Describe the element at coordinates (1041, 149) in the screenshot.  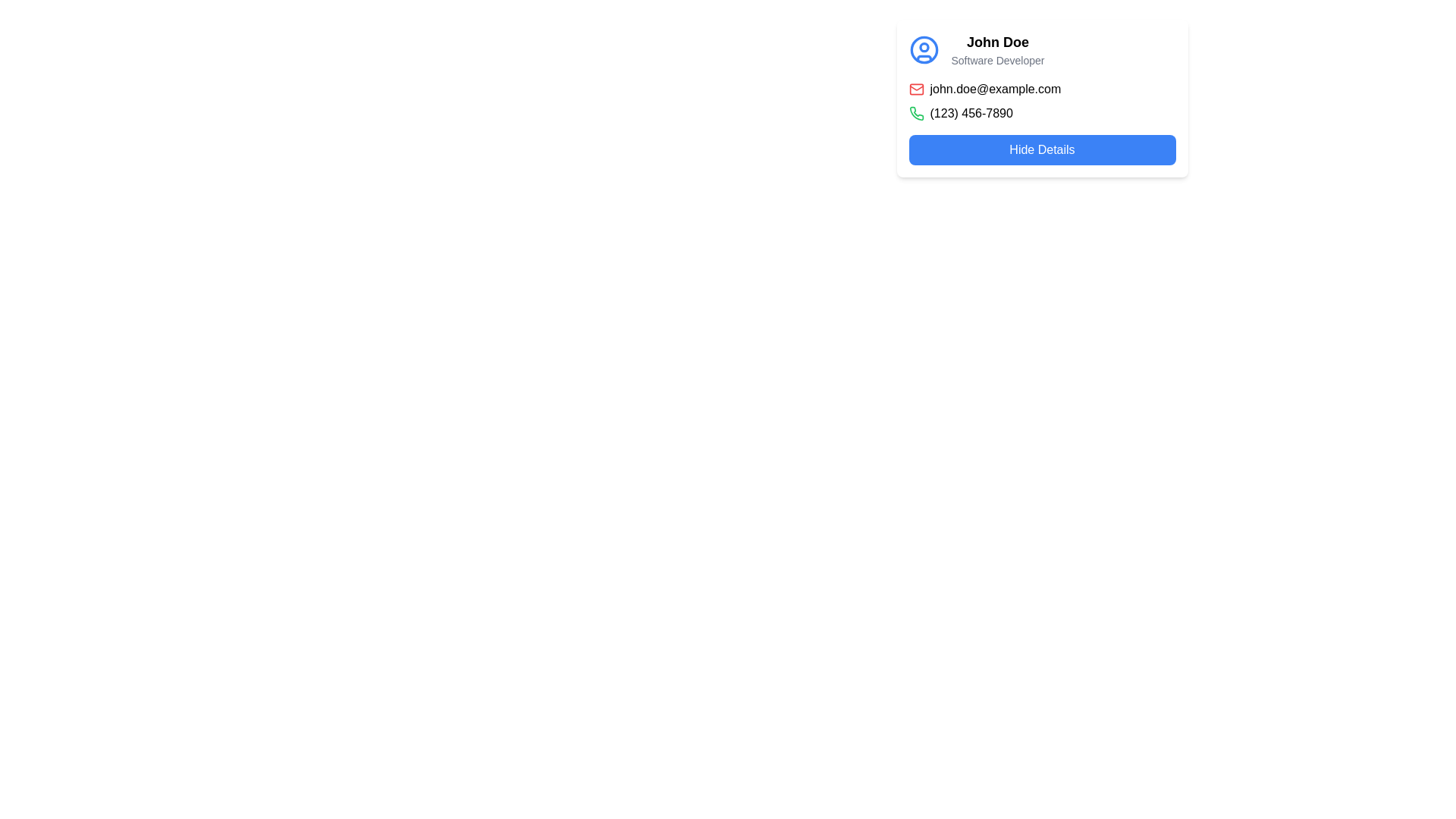
I see `the 'Hide Details' button, which is a rectangular button with a blue background and white text, located at the bottom of the card displaying information about 'John Doe.'` at that location.